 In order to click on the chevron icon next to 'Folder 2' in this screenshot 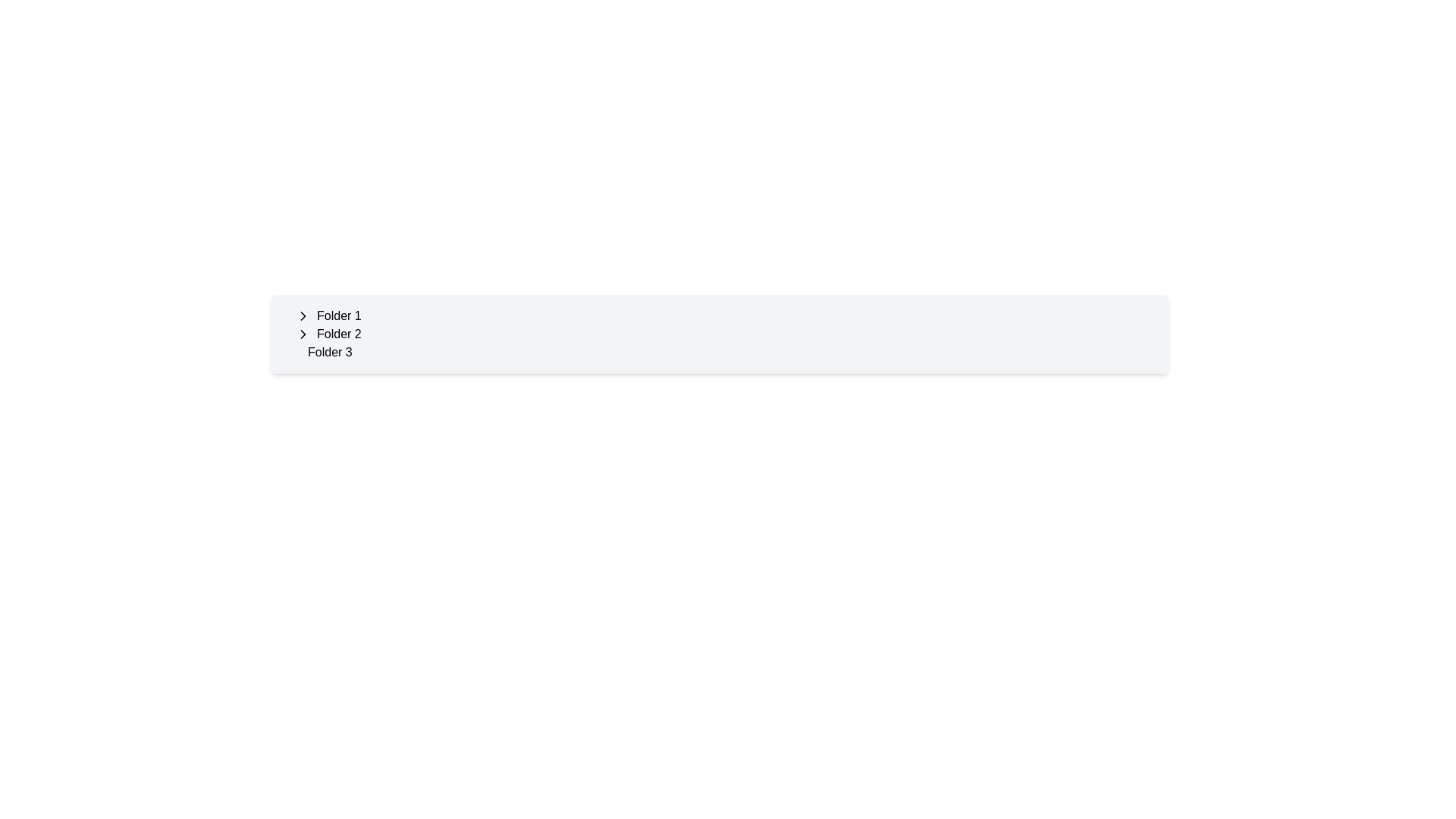, I will do `click(303, 333)`.